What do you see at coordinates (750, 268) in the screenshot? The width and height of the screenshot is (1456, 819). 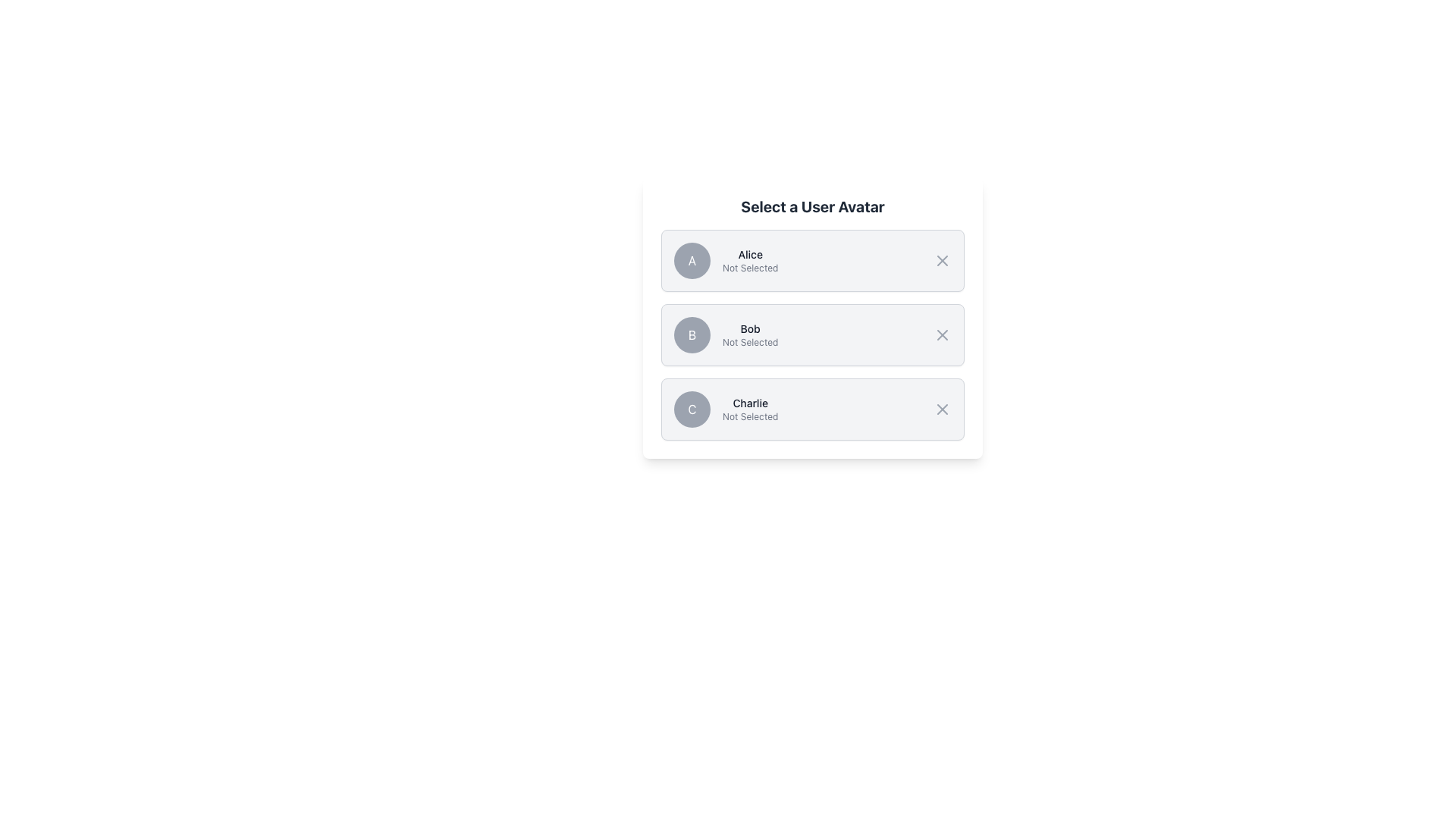 I see `the text label indicating the selection status ('Not Selected') for the user 'Alice', located in the first row of the list, under the name 'Alice' and to the right of the avatar icon` at bounding box center [750, 268].